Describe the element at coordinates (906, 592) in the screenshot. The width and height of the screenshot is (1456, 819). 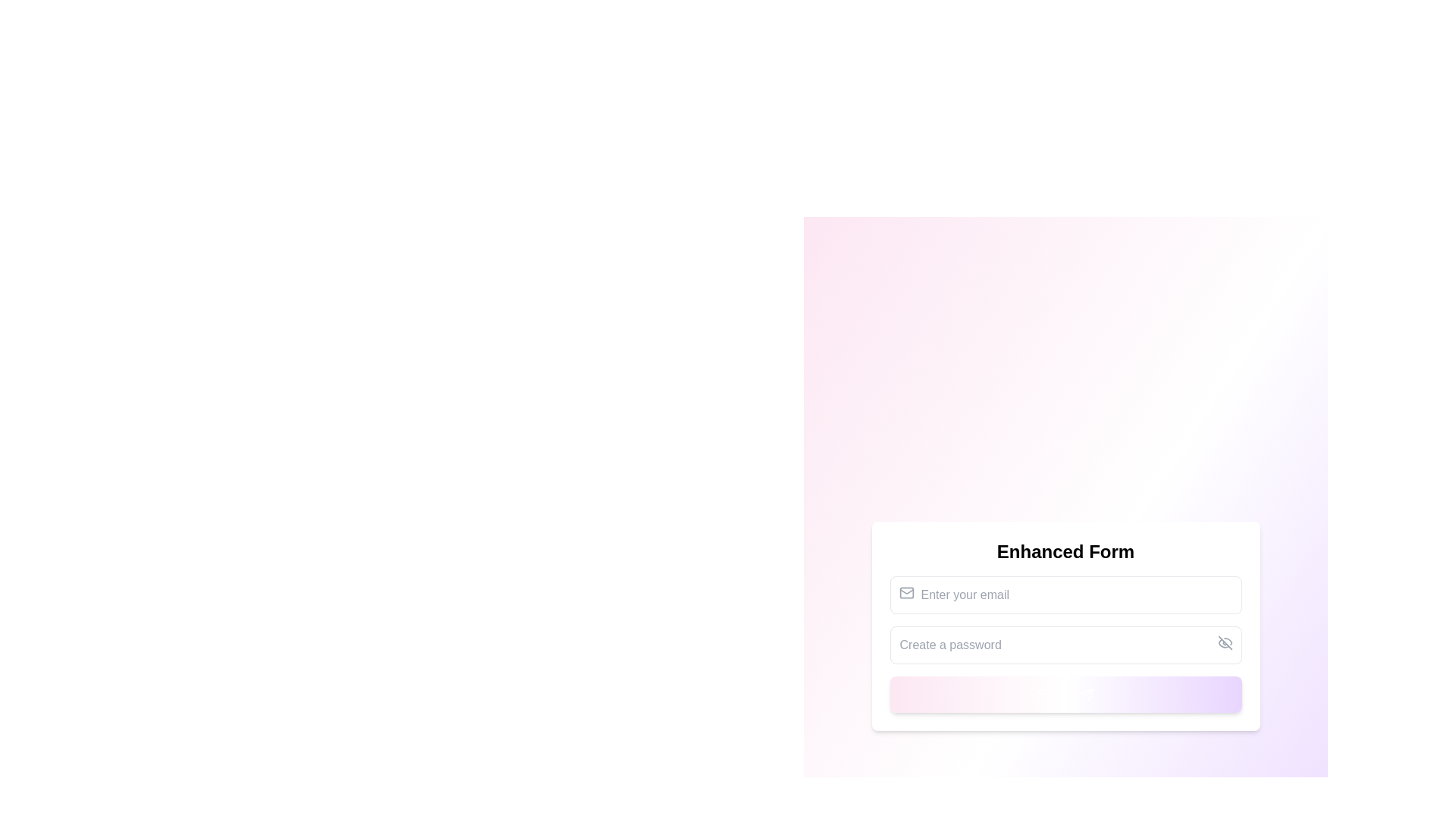
I see `the envelope icon representing the email input field, located on the left side of the input field` at that location.